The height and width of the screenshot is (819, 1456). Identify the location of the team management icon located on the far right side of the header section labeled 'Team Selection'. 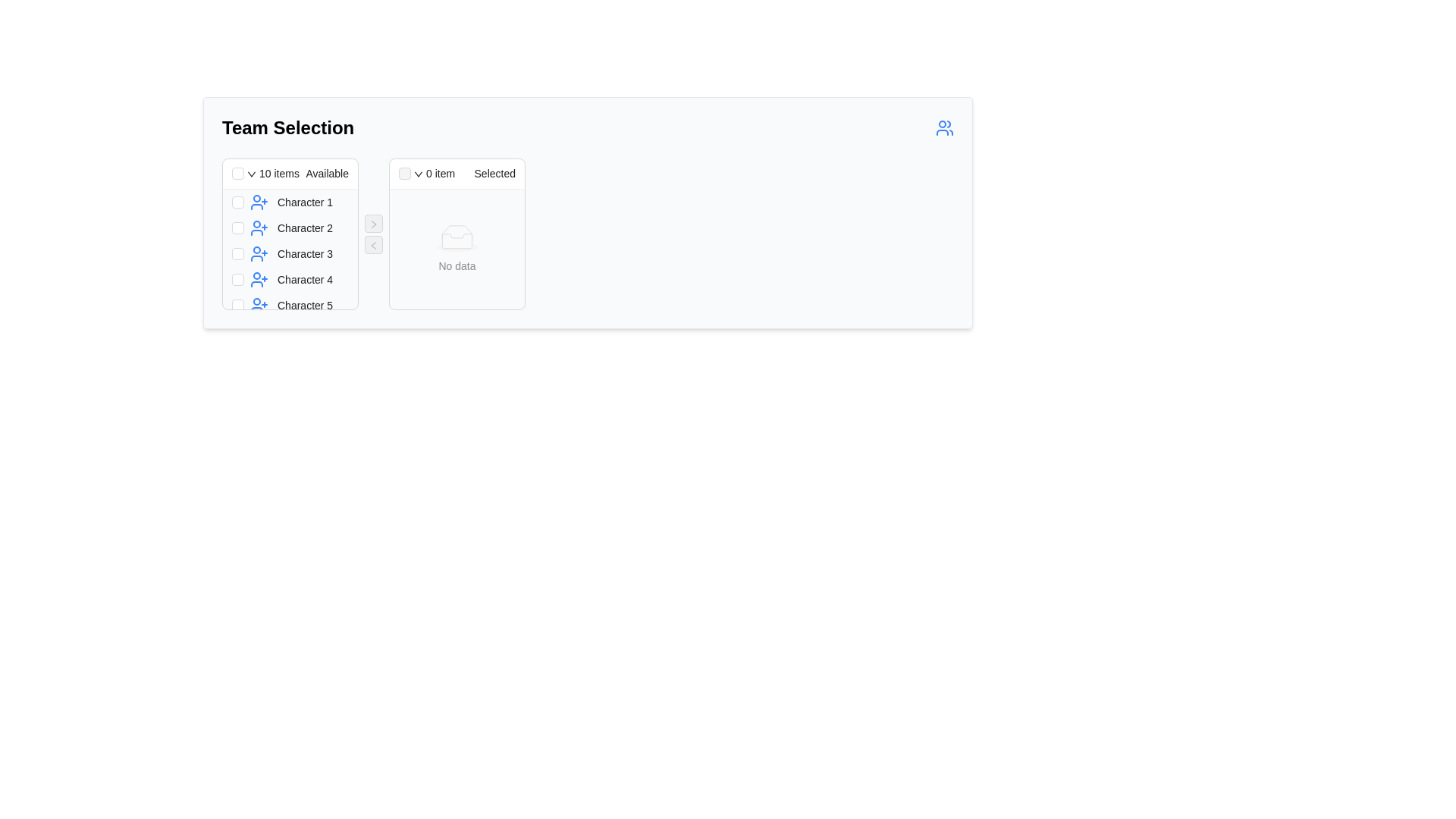
(944, 127).